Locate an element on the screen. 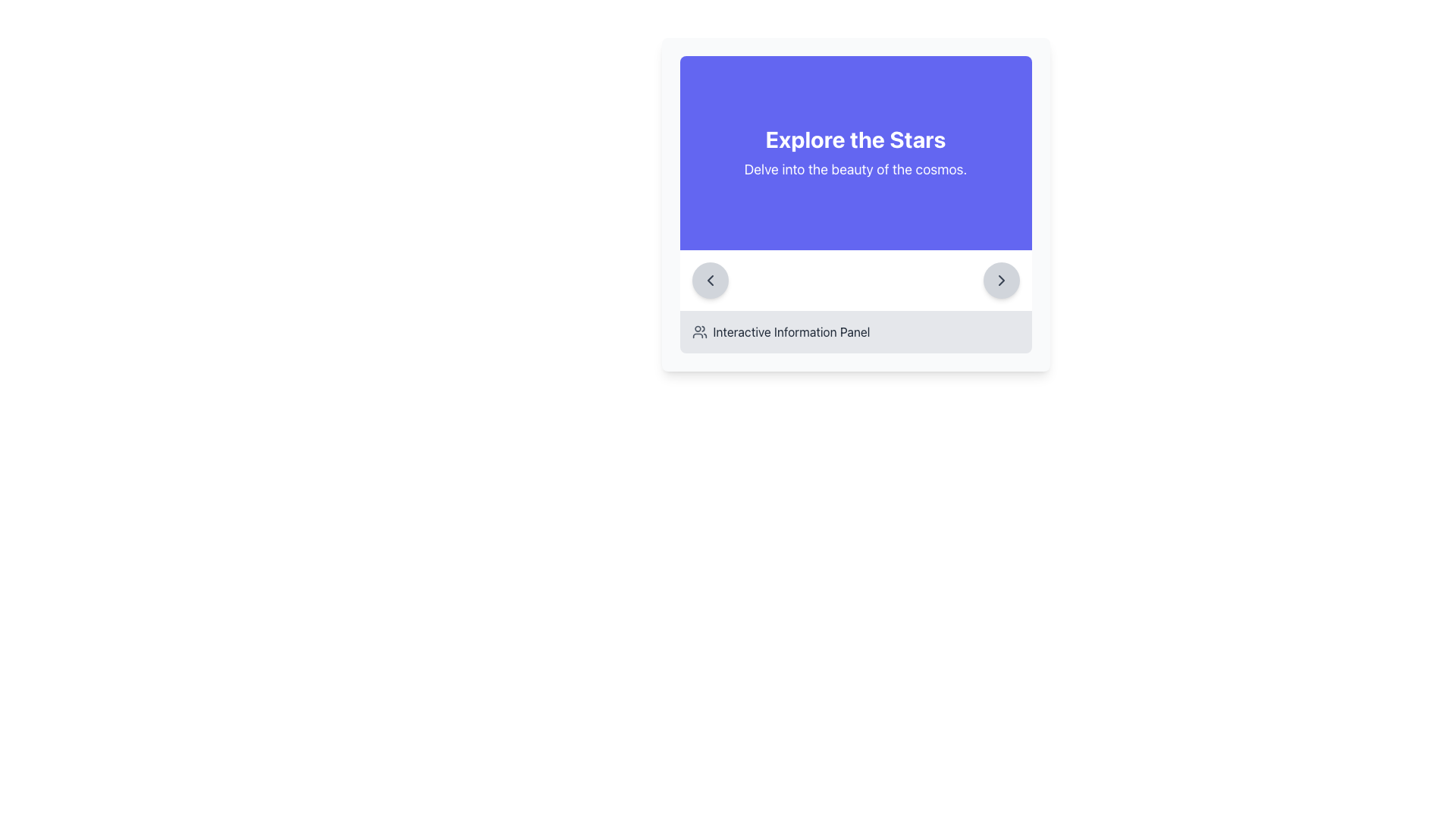 This screenshot has height=819, width=1456. the left arrow SVG icon element nested within the circular button located at the bottom-left corner of the content card is located at coordinates (709, 281).